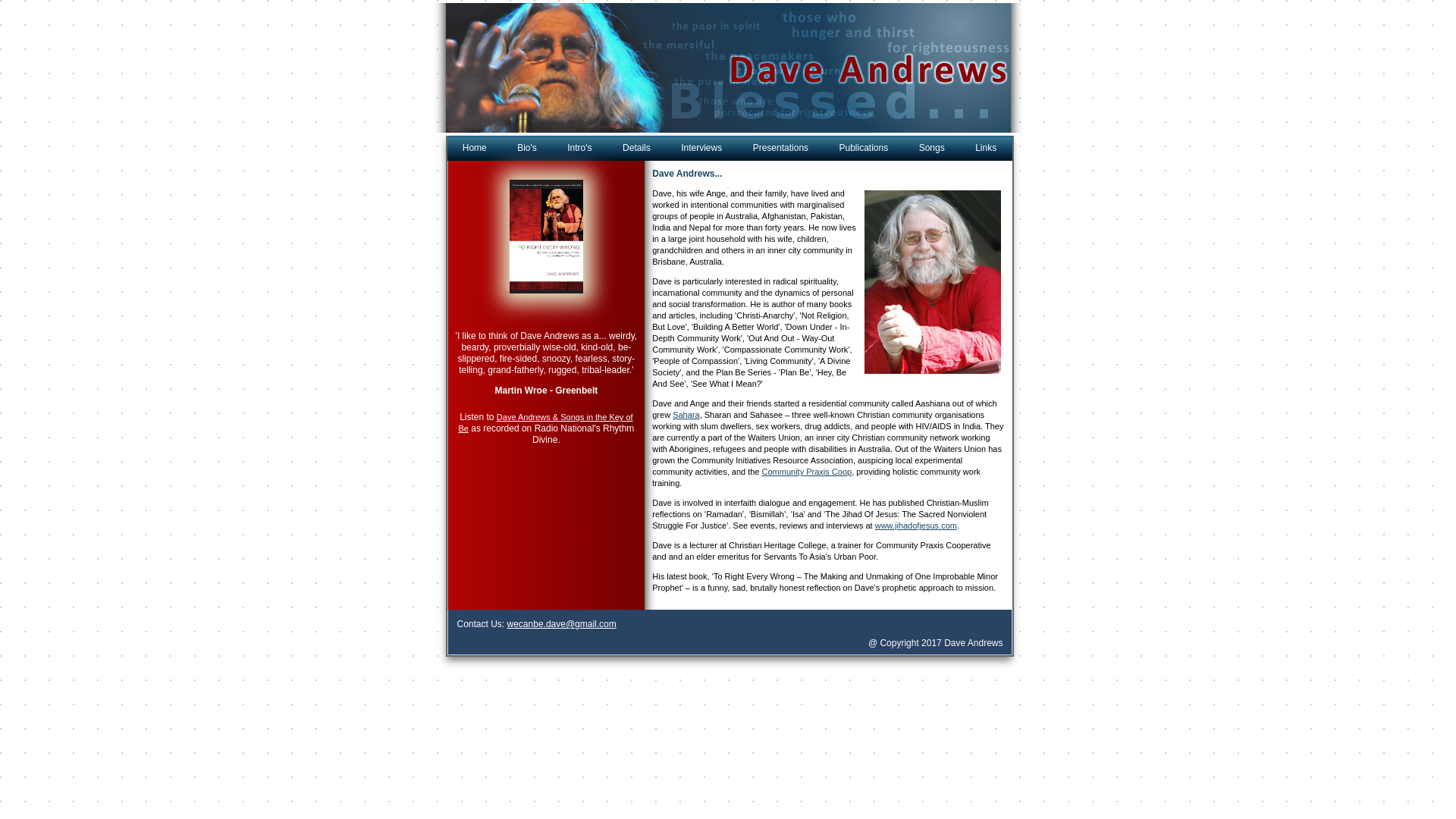  What do you see at coordinates (516, 148) in the screenshot?
I see `'Bio's'` at bounding box center [516, 148].